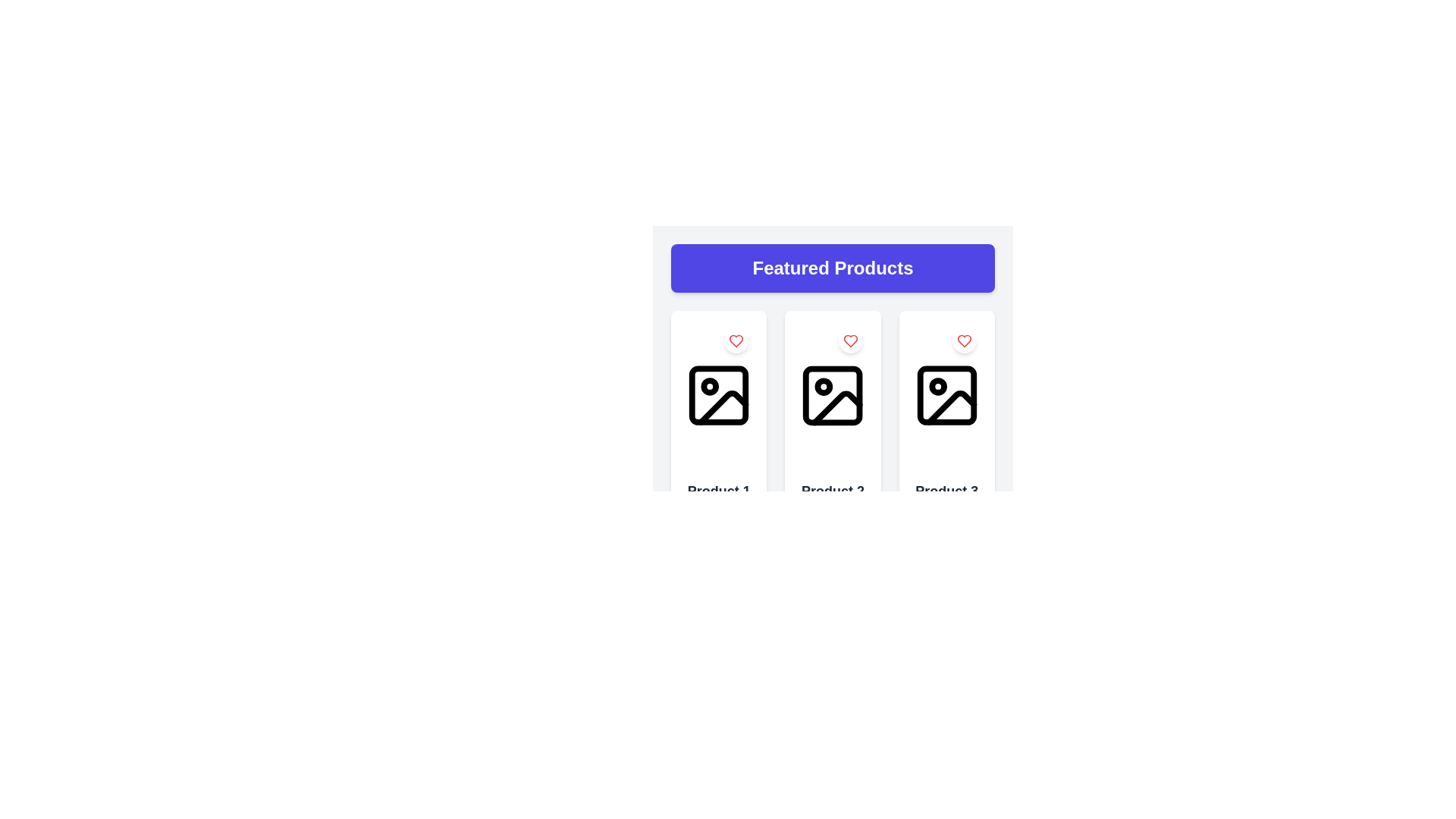 The width and height of the screenshot is (1456, 819). Describe the element at coordinates (850, 341) in the screenshot. I see `the circular button with a white background and a red heart icon located at the top-right corner of the second product card` at that location.